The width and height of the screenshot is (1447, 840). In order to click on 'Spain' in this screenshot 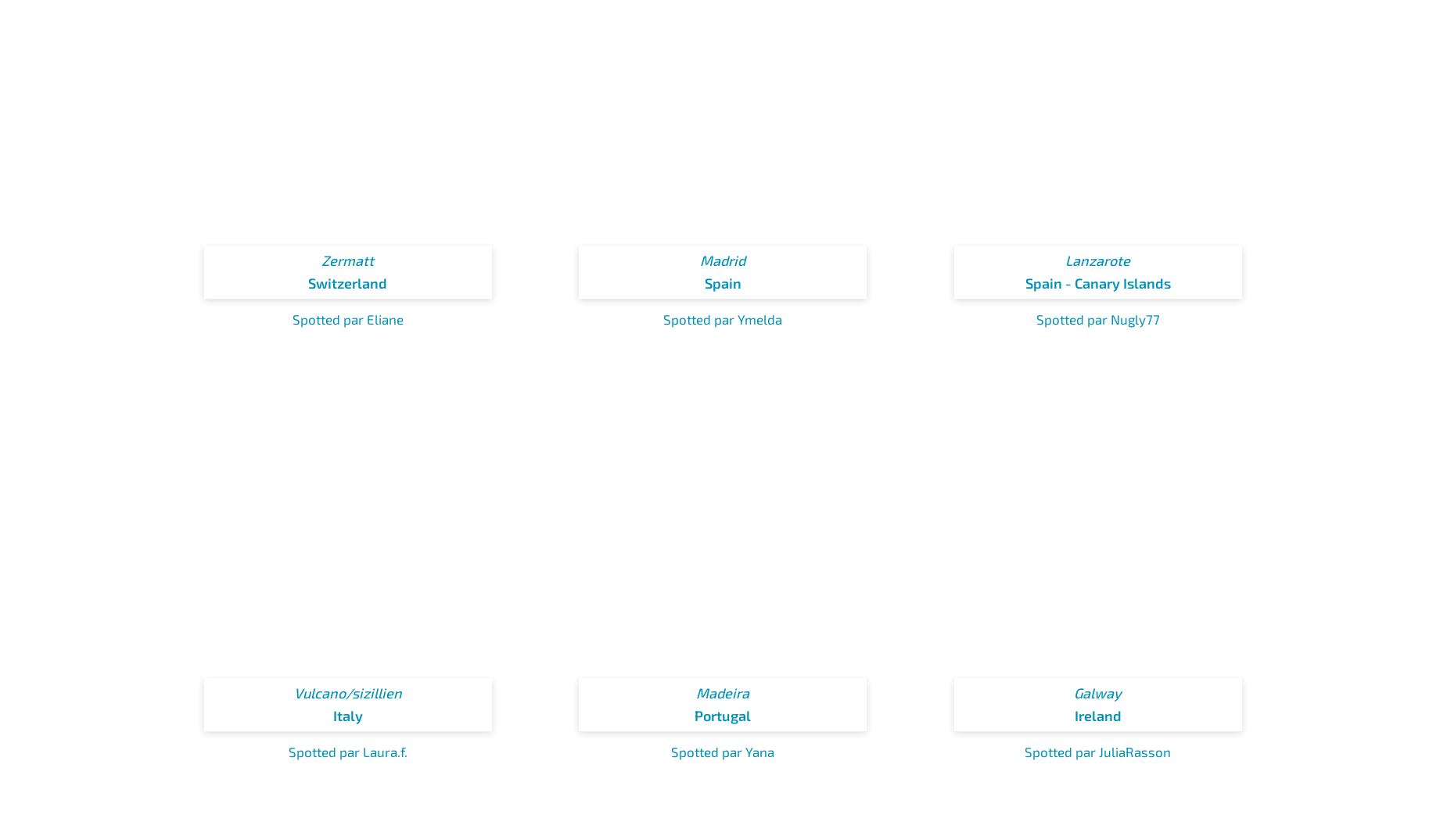, I will do `click(722, 282)`.